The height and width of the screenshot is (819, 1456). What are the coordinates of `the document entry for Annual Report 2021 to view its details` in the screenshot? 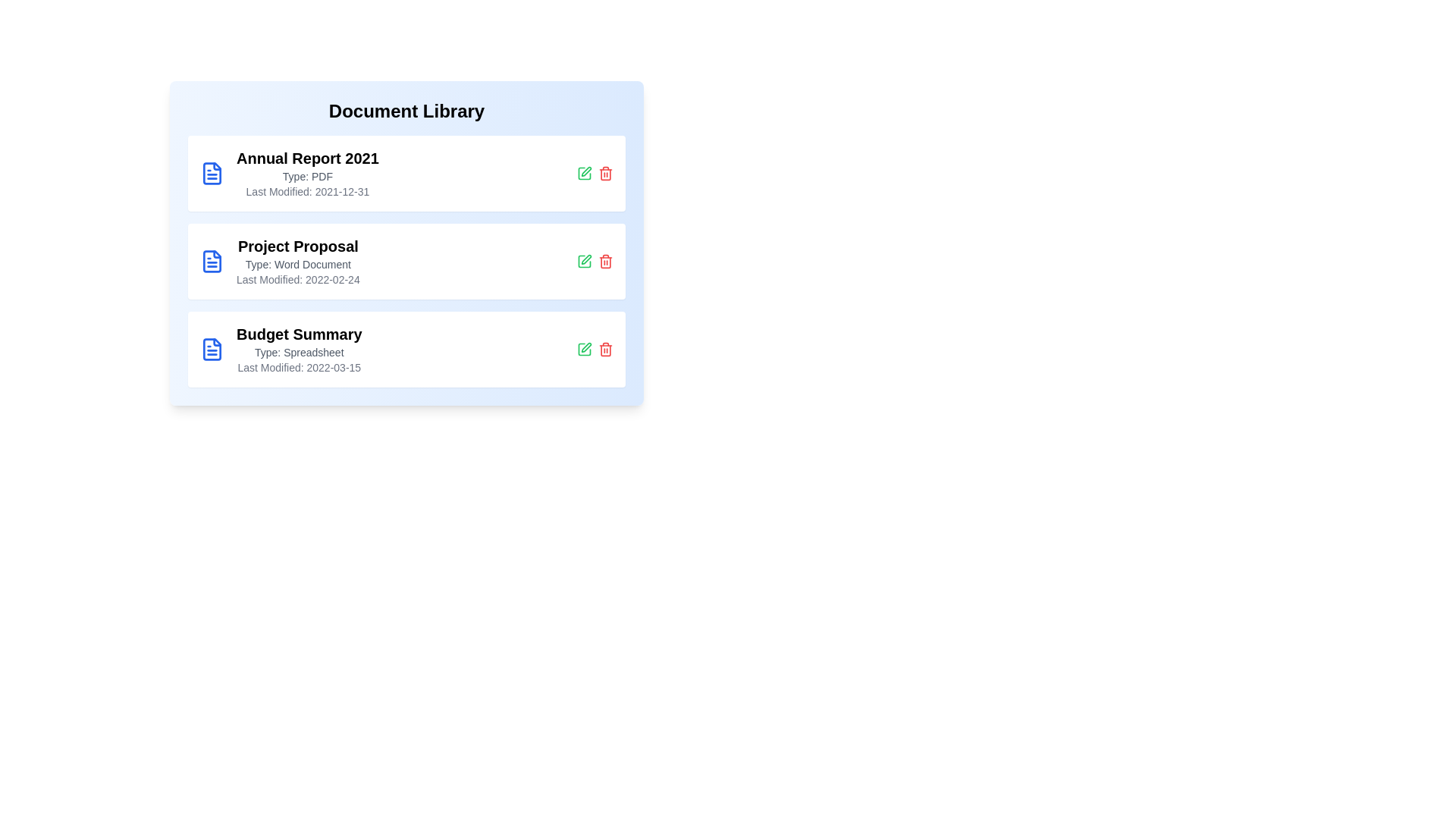 It's located at (406, 172).